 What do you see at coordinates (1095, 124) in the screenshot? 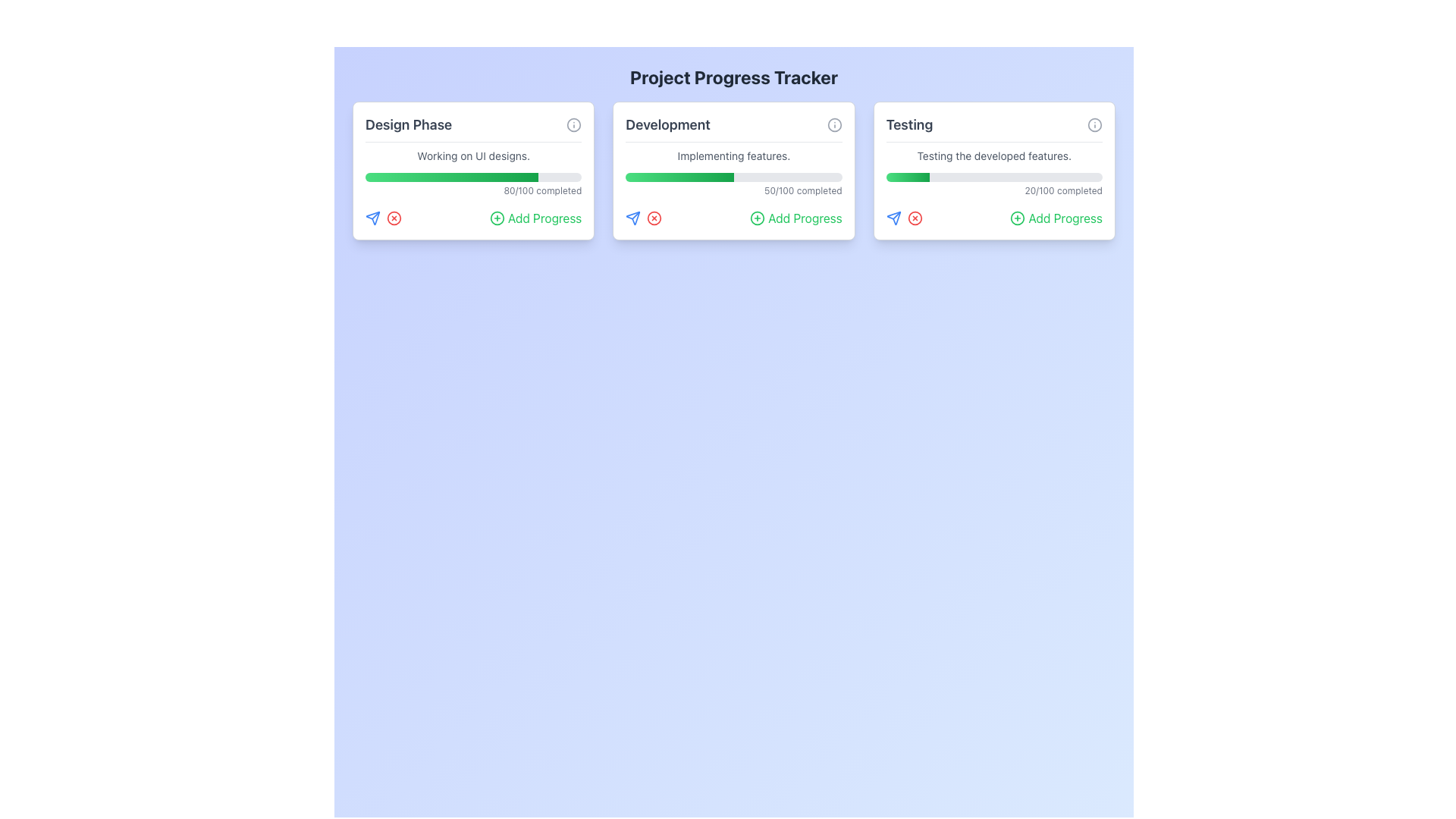
I see `the small circular information button with an 'i' icon located at the top-right of the 'Testing' card's header section` at bounding box center [1095, 124].